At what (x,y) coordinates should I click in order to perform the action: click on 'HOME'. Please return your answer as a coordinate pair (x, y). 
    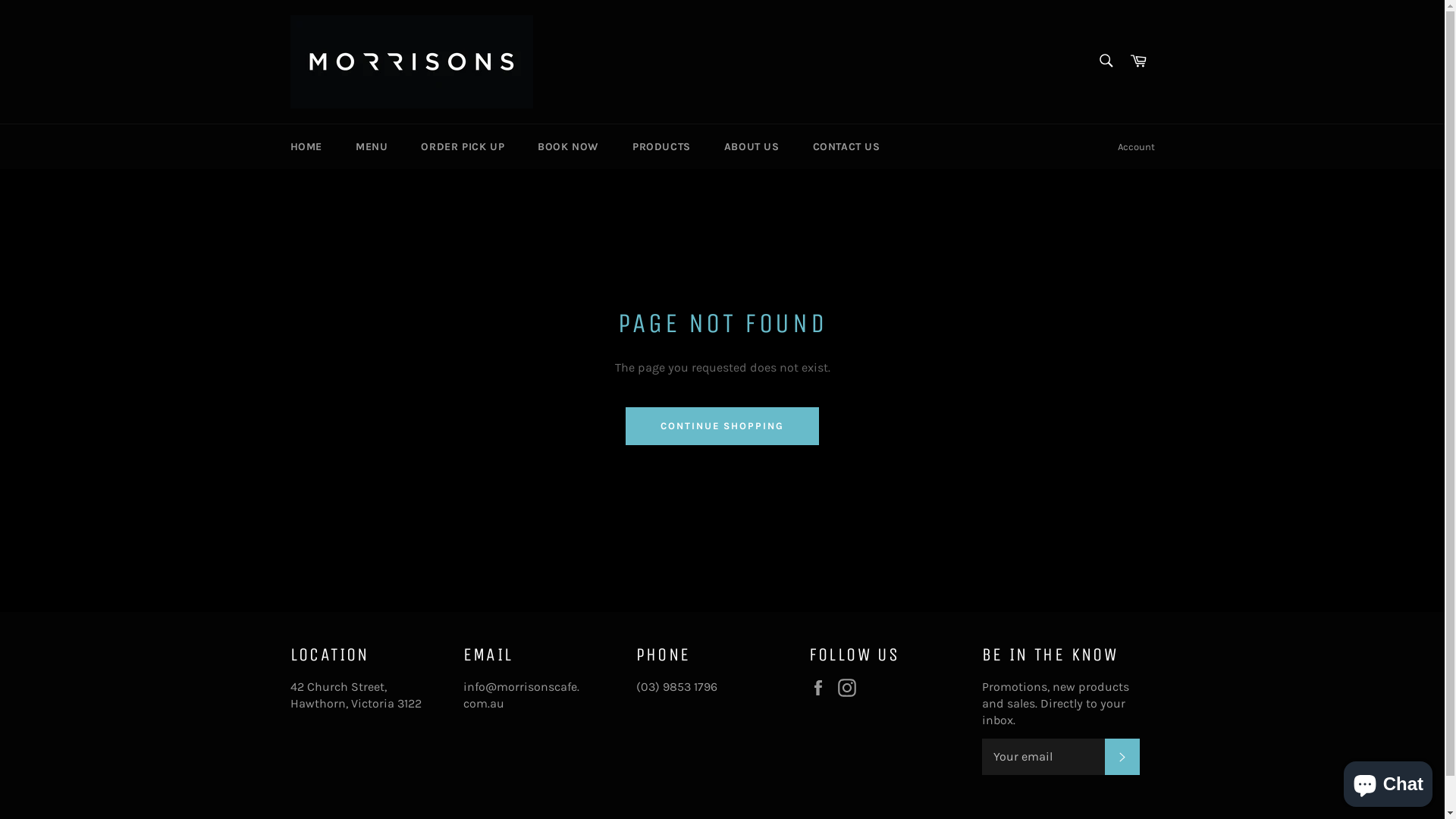
    Looking at the image, I should click on (305, 146).